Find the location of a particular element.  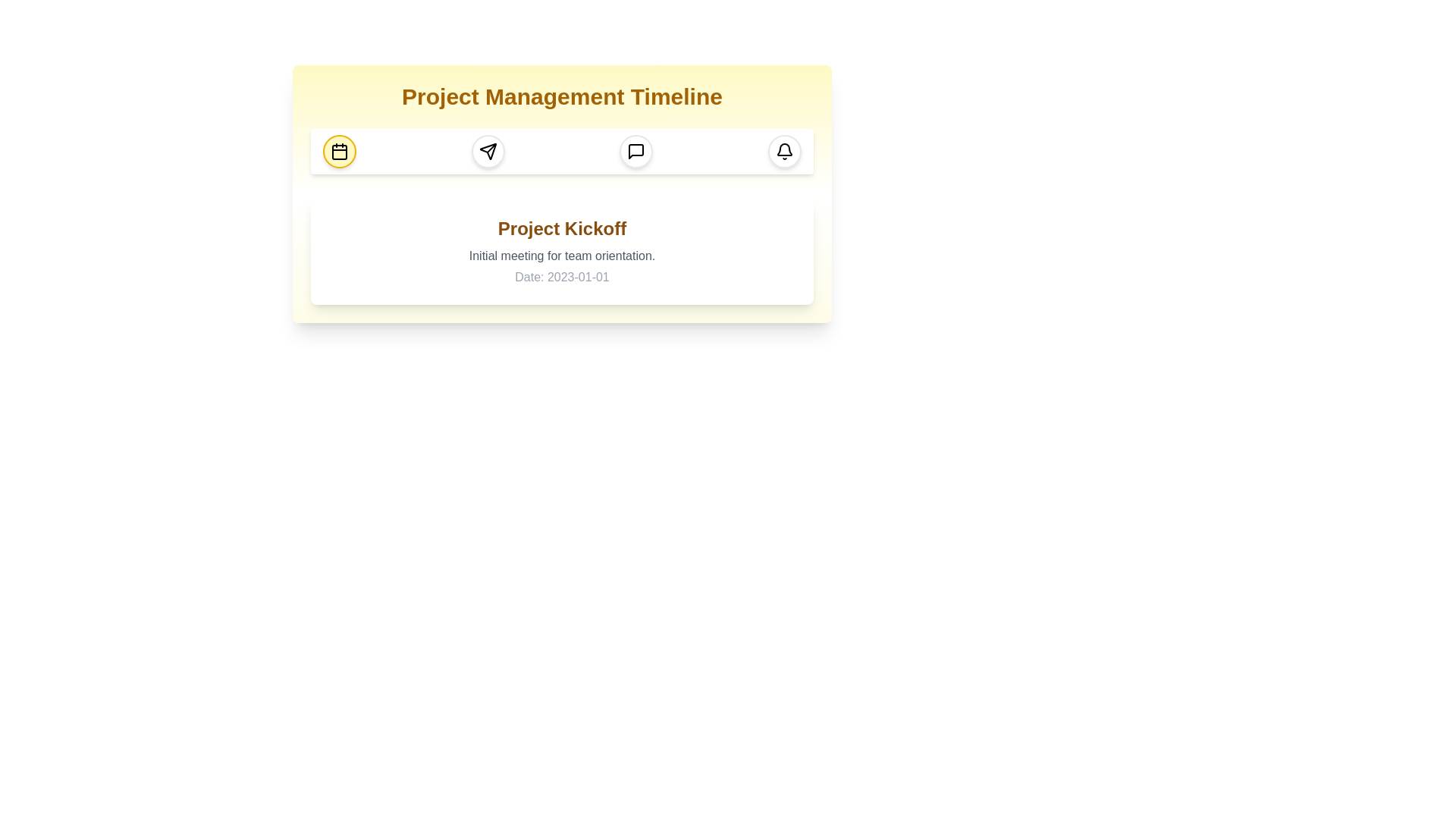

the speech bubble icon is located at coordinates (636, 152).